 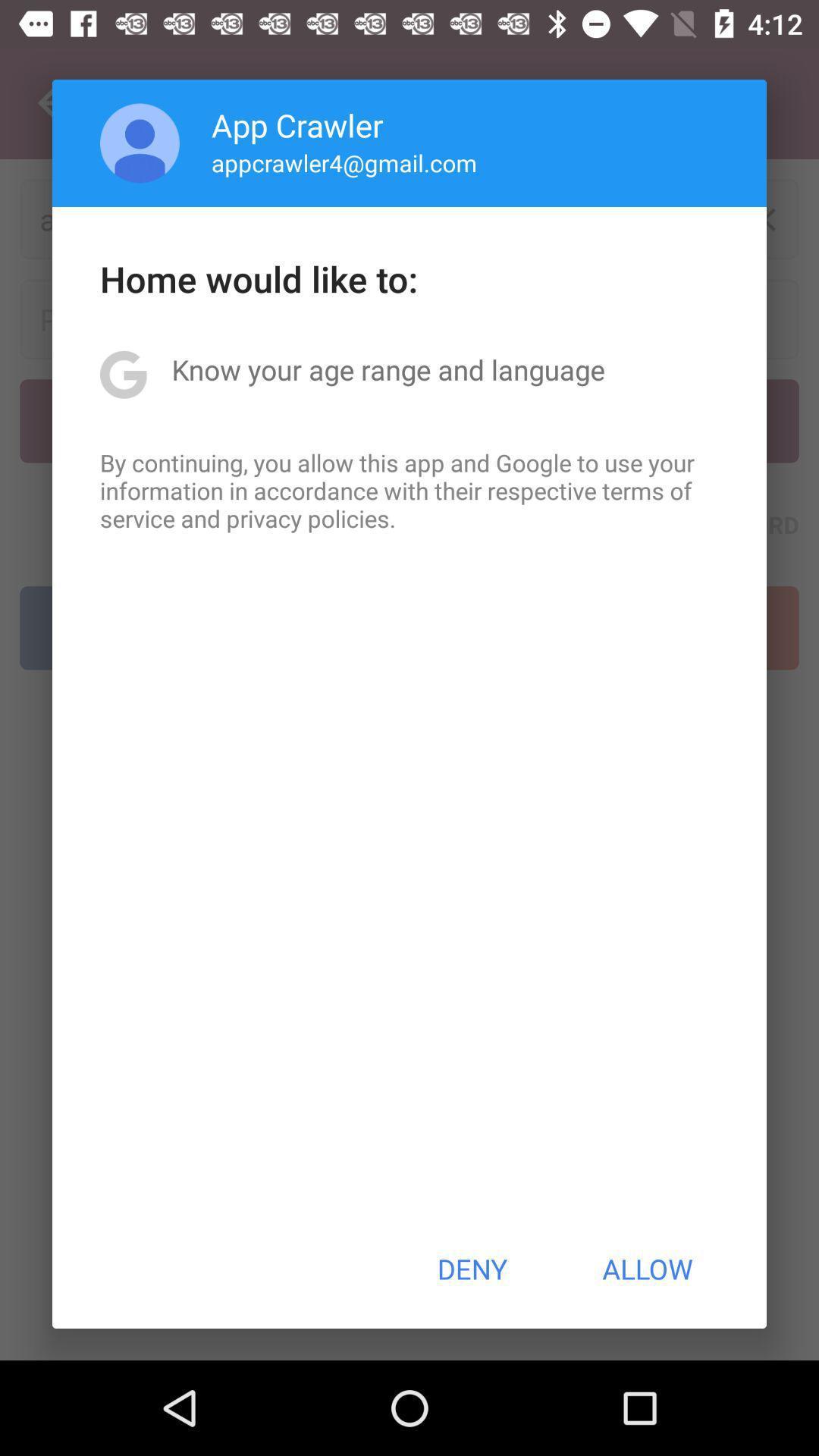 What do you see at coordinates (388, 369) in the screenshot?
I see `know your age icon` at bounding box center [388, 369].